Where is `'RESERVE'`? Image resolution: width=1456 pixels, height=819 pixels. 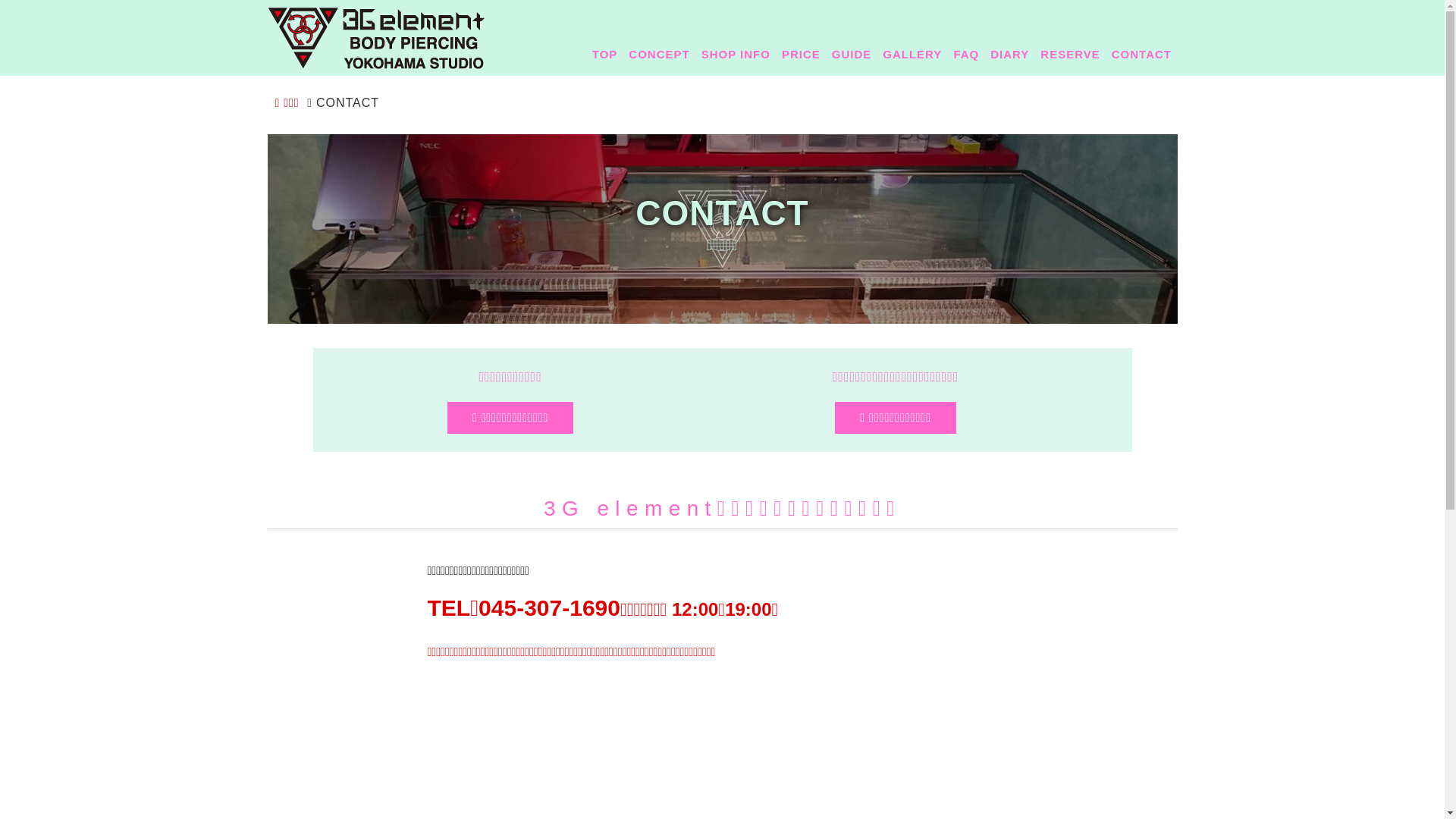
'RESERVE' is located at coordinates (1034, 52).